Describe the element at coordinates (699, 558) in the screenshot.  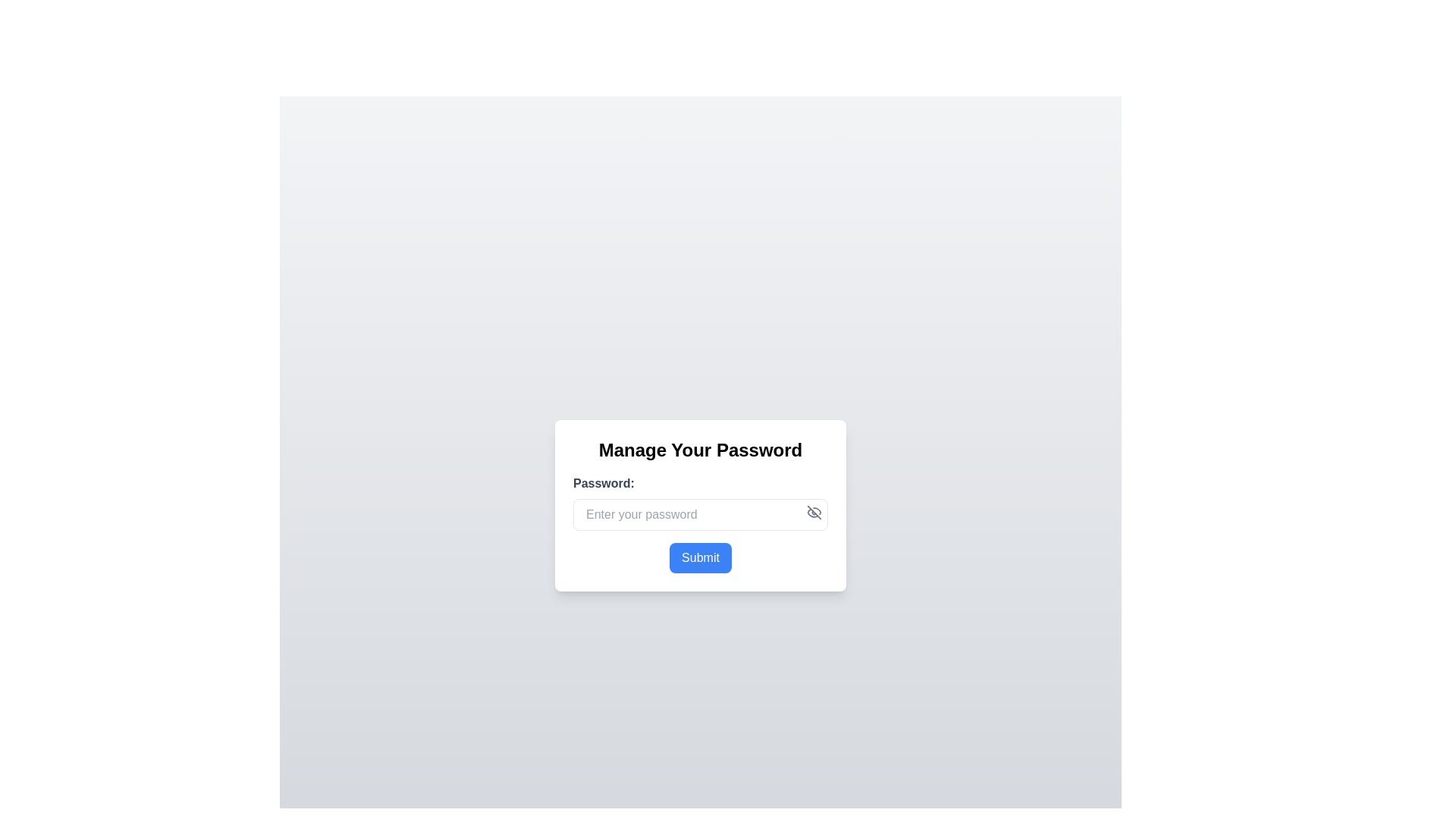
I see `the submit button located below the password input field in the centered dialog box` at that location.